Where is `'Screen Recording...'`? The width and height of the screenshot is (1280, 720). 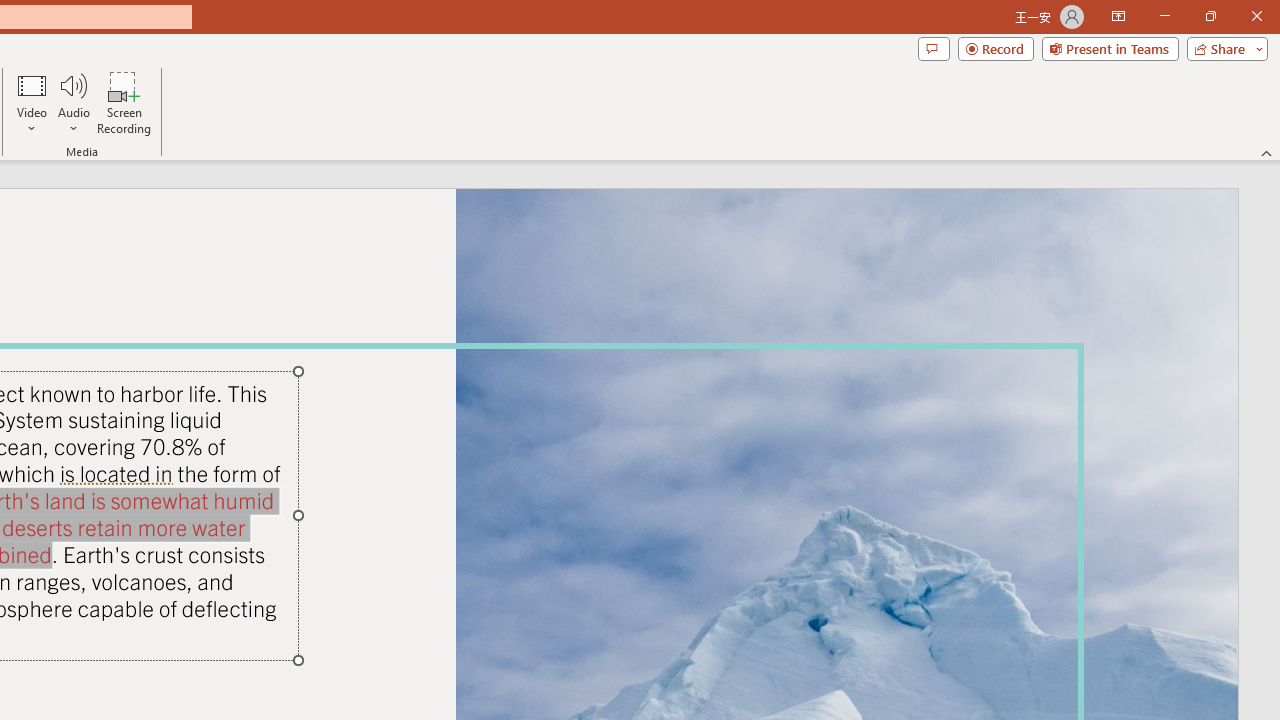
'Screen Recording...' is located at coordinates (123, 103).